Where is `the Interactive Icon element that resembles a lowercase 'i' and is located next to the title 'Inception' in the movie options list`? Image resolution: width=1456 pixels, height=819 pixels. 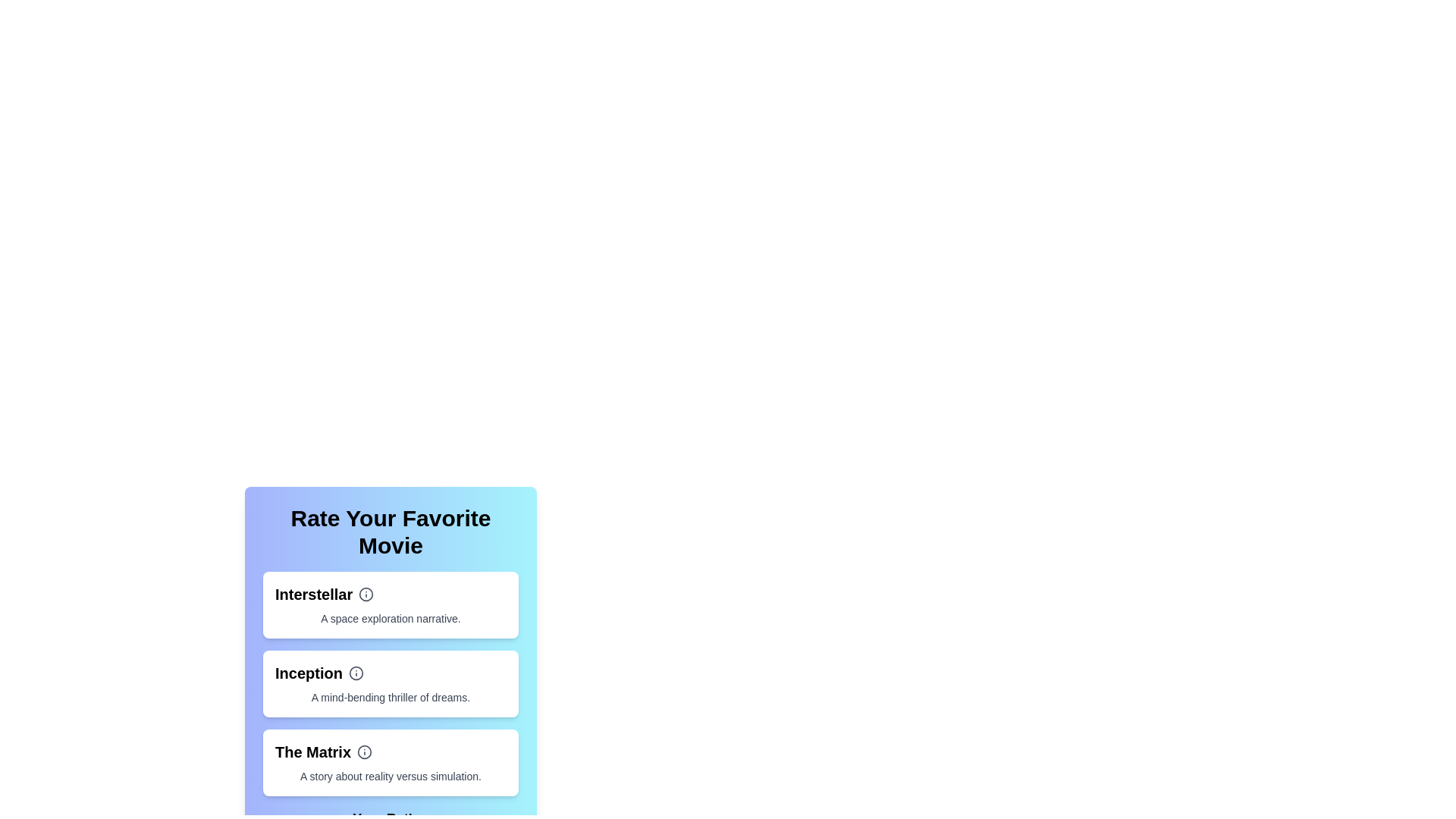 the Interactive Icon element that resembles a lowercase 'i' and is located next to the title 'Inception' in the movie options list is located at coordinates (355, 672).